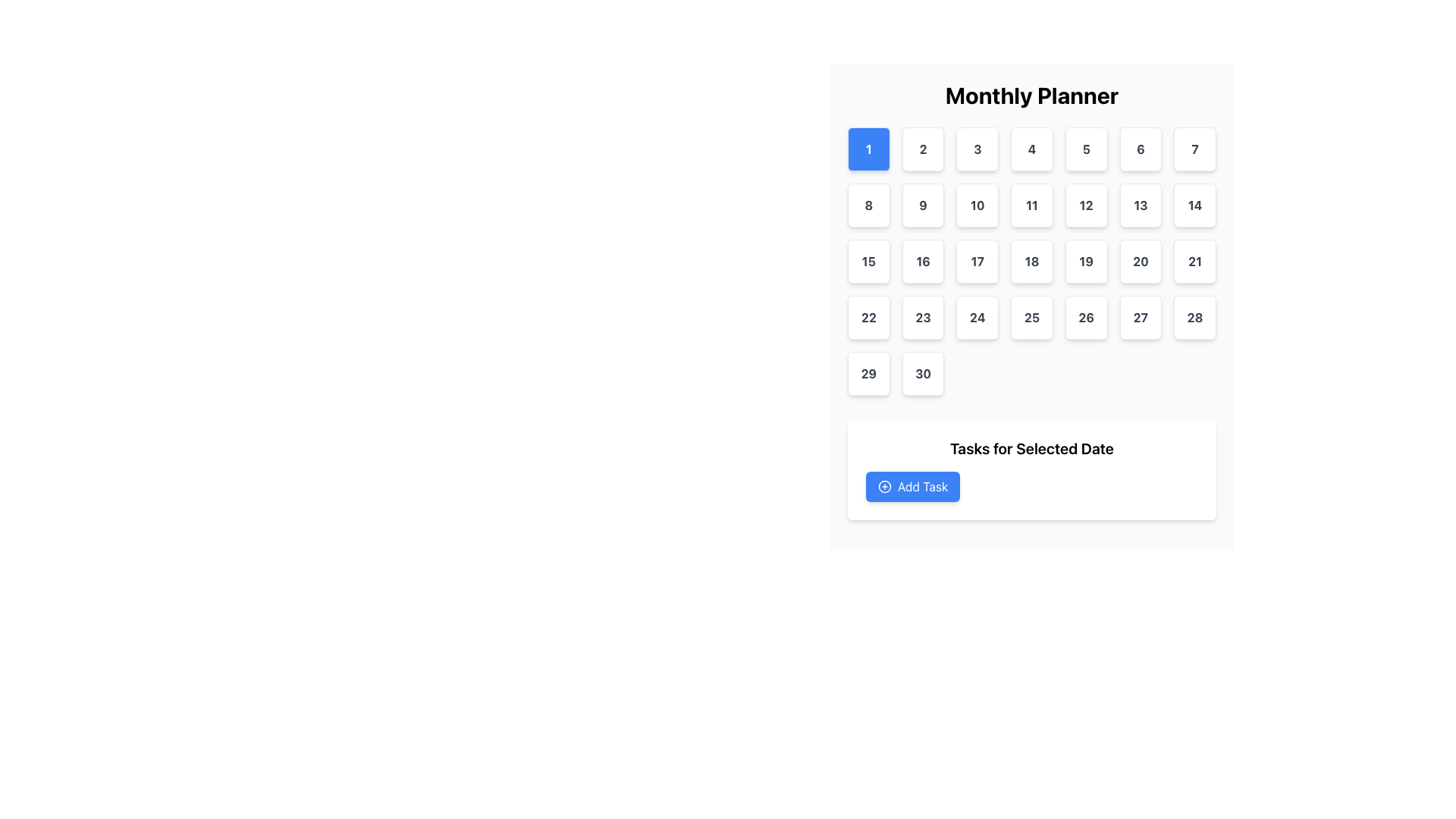 The height and width of the screenshot is (819, 1456). Describe the element at coordinates (1141, 149) in the screenshot. I see `the selectable date button for the 6th day of the month in the Monthly Planner to trigger a visual effect` at that location.